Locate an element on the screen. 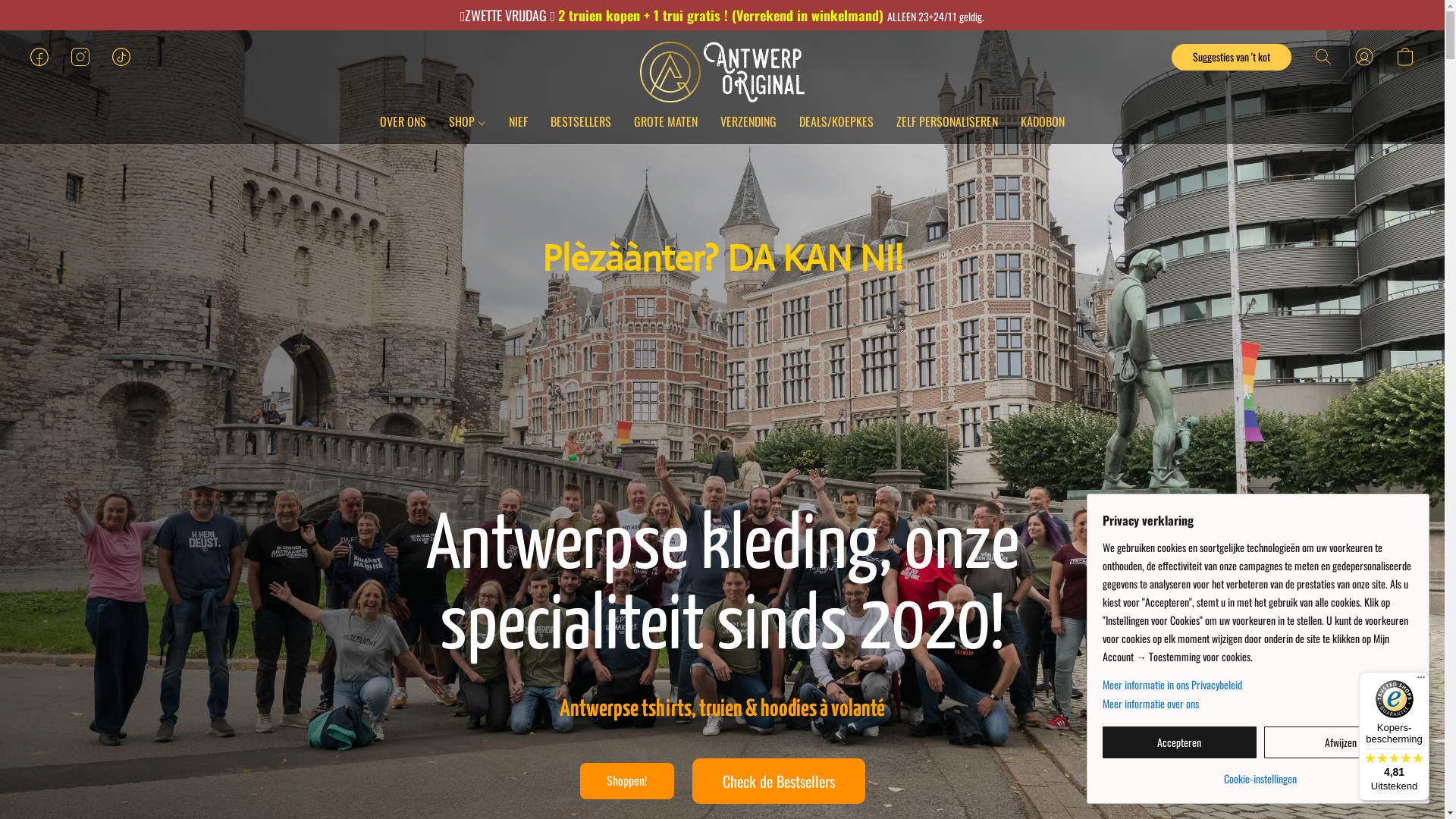 This screenshot has width=1456, height=819. 'DEALS/KOEPKES' is located at coordinates (836, 120).